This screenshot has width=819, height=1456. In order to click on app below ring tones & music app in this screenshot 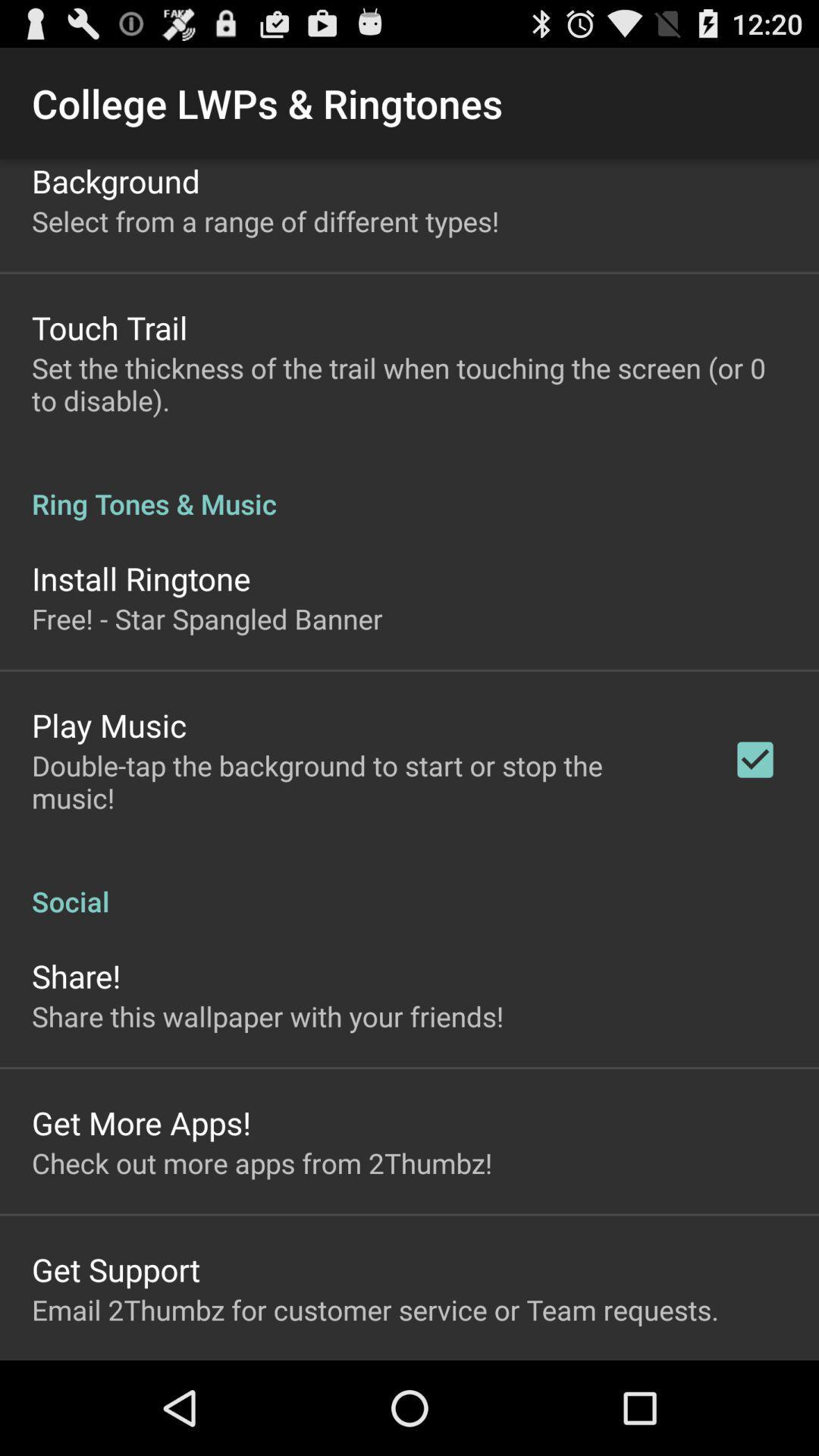, I will do `click(755, 760)`.